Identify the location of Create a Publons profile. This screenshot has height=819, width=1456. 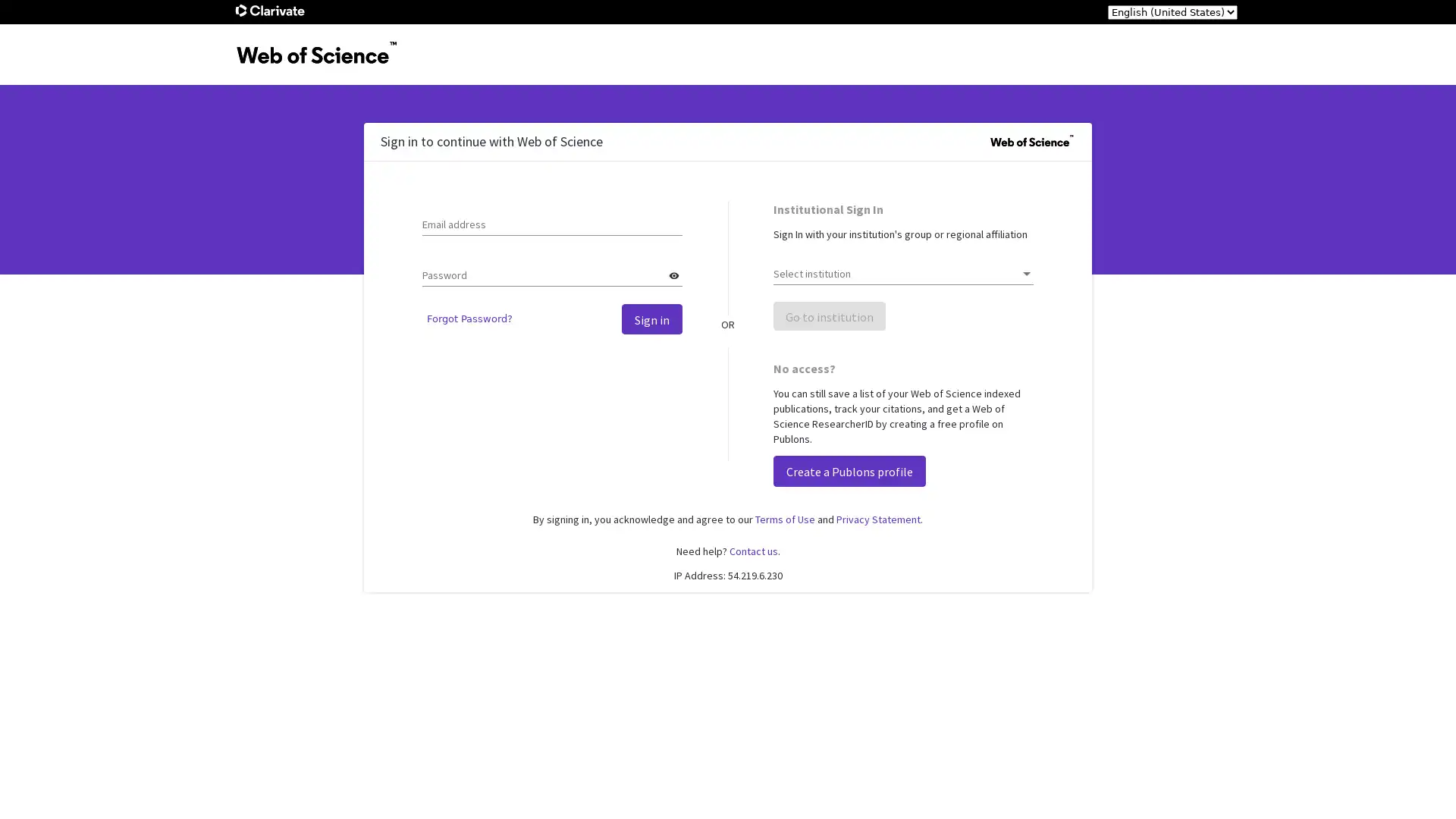
(849, 470).